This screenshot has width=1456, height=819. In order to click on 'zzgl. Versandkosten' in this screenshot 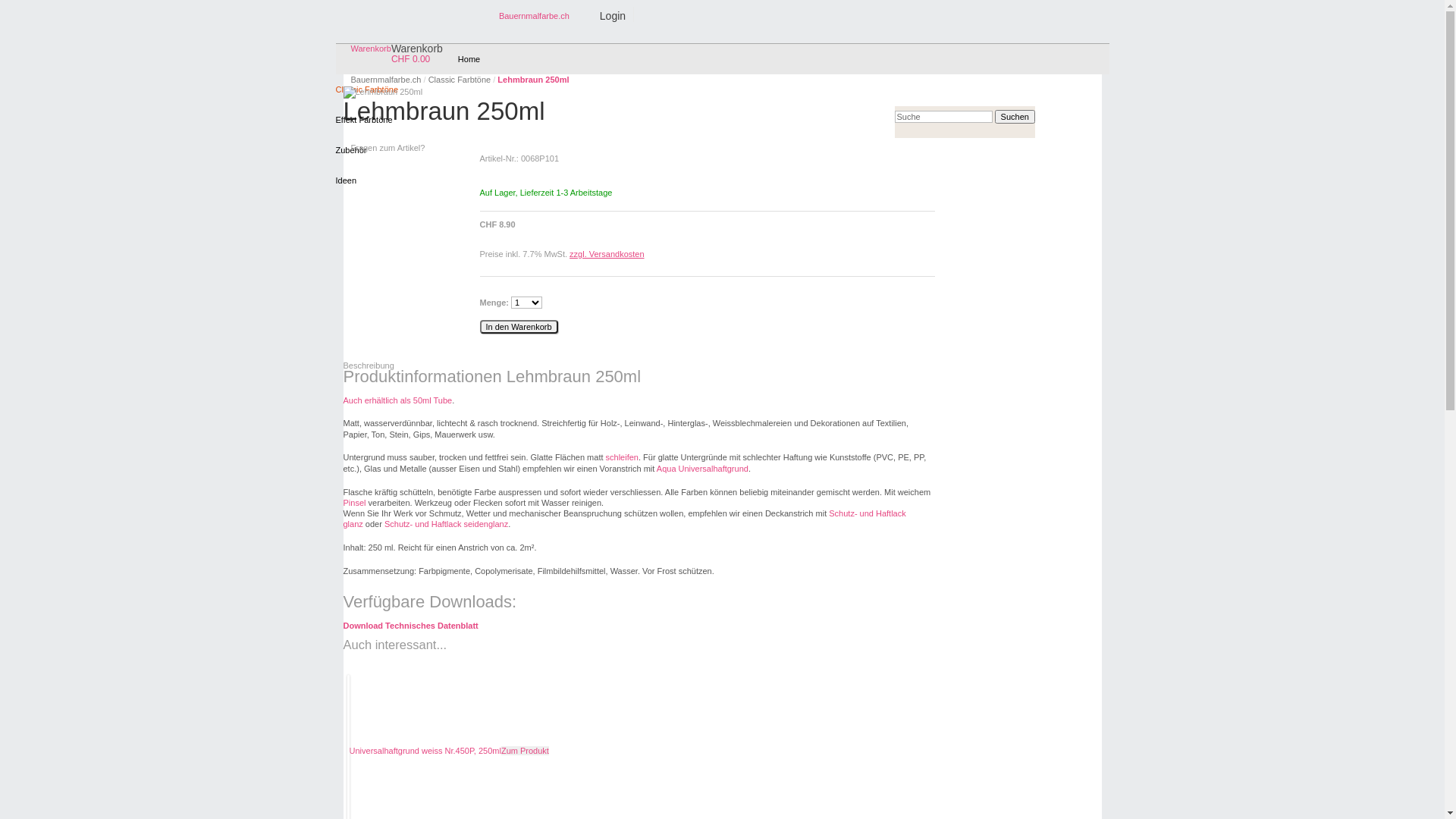, I will do `click(607, 253)`.